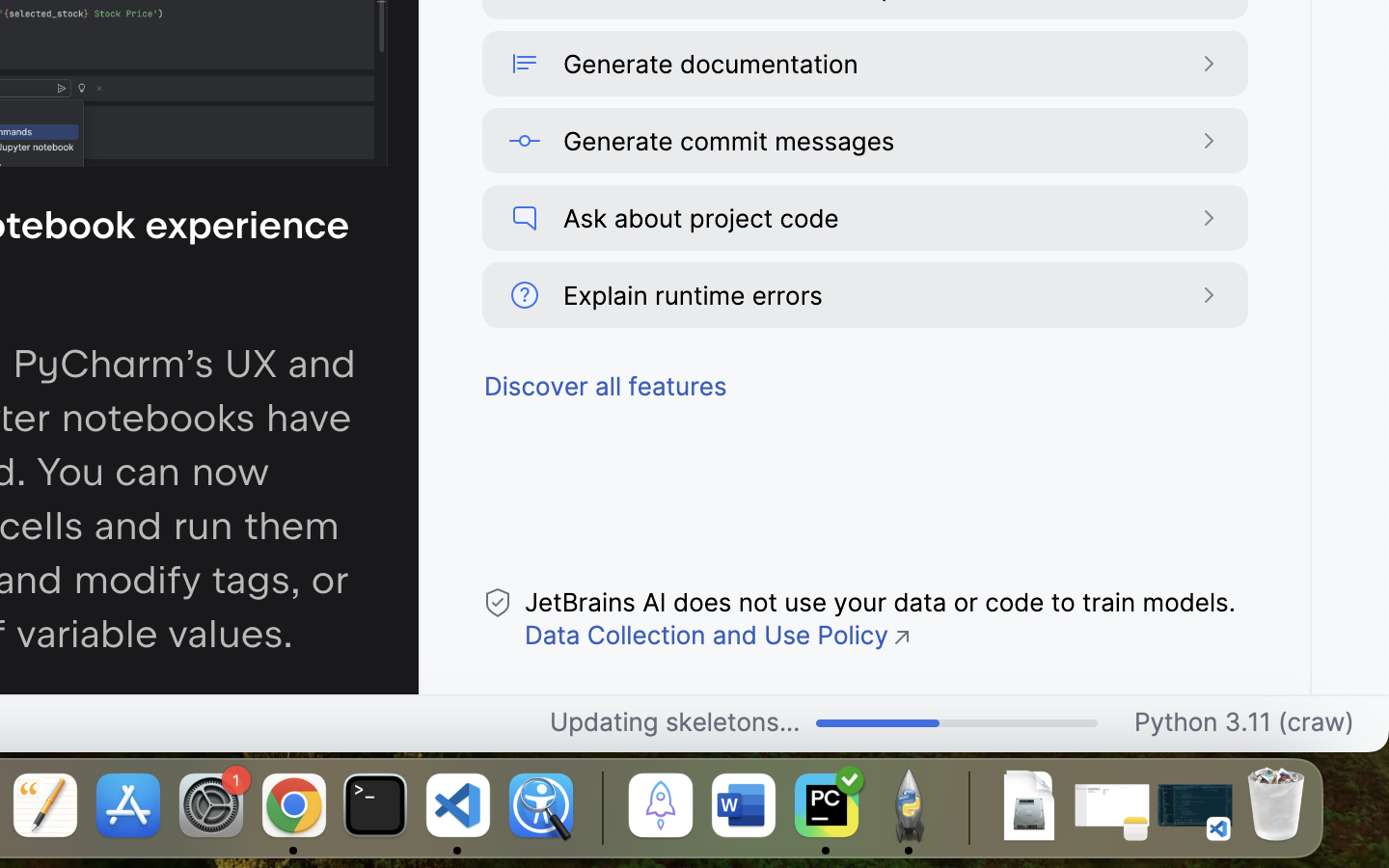  What do you see at coordinates (674, 722) in the screenshot?
I see `'Updating skeletons...'` at bounding box center [674, 722].